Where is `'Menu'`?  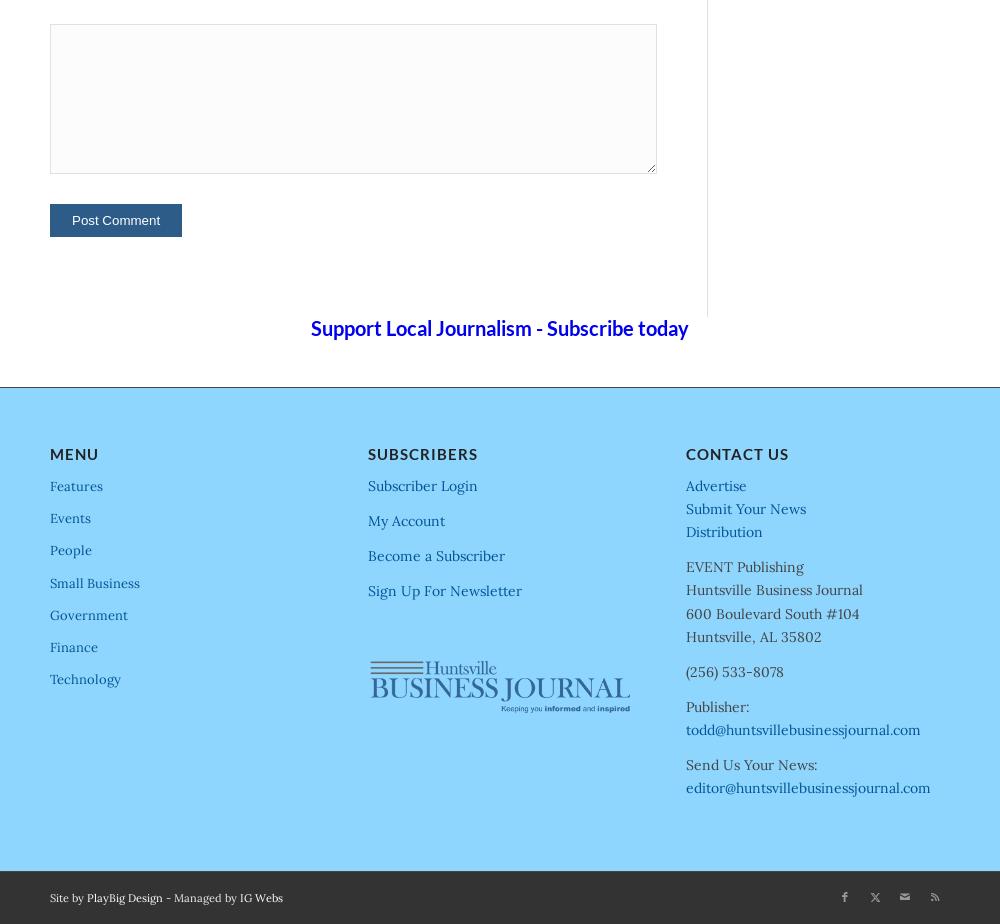 'Menu' is located at coordinates (73, 453).